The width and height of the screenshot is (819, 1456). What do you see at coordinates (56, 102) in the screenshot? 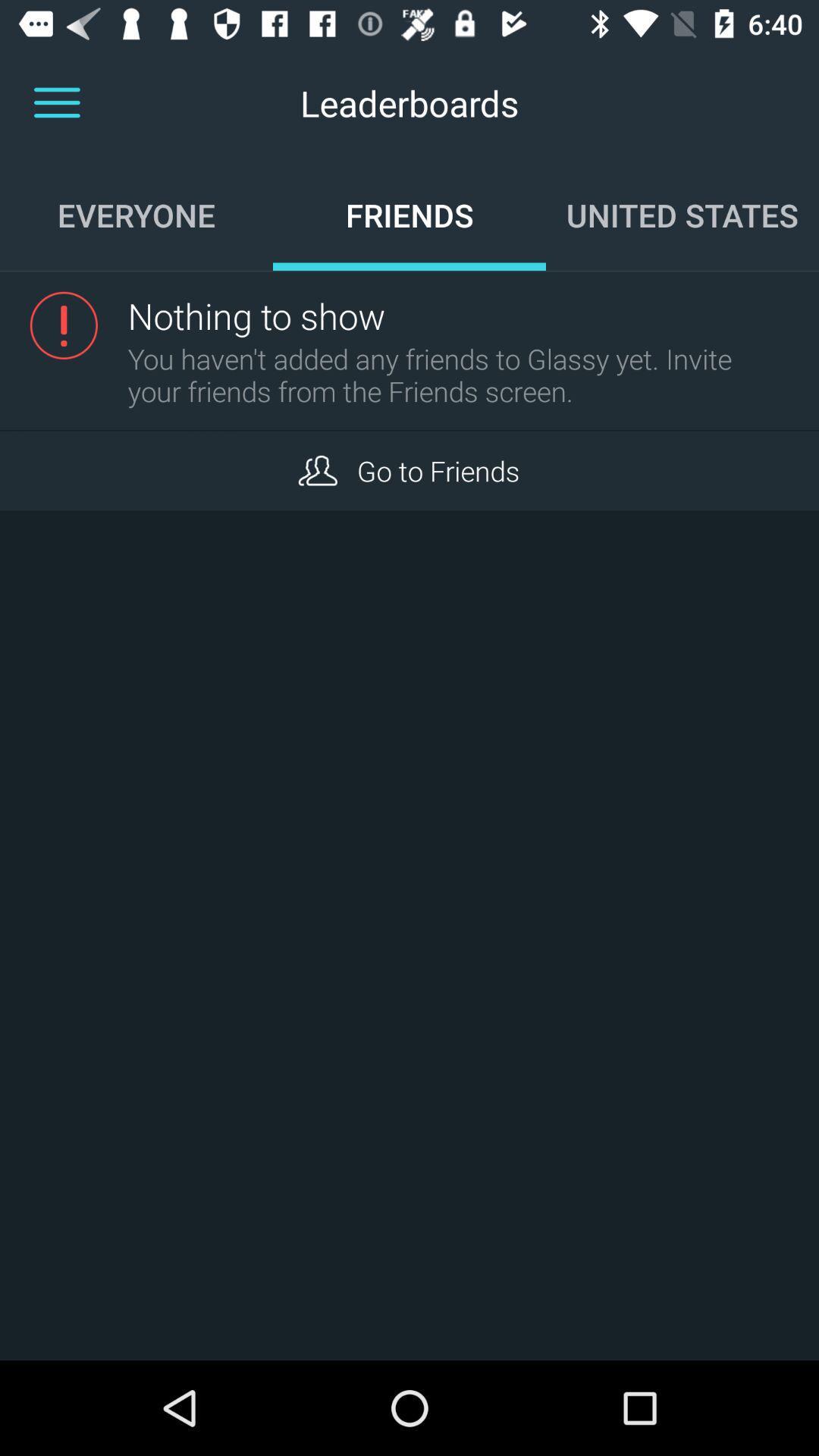
I see `the menu icon` at bounding box center [56, 102].